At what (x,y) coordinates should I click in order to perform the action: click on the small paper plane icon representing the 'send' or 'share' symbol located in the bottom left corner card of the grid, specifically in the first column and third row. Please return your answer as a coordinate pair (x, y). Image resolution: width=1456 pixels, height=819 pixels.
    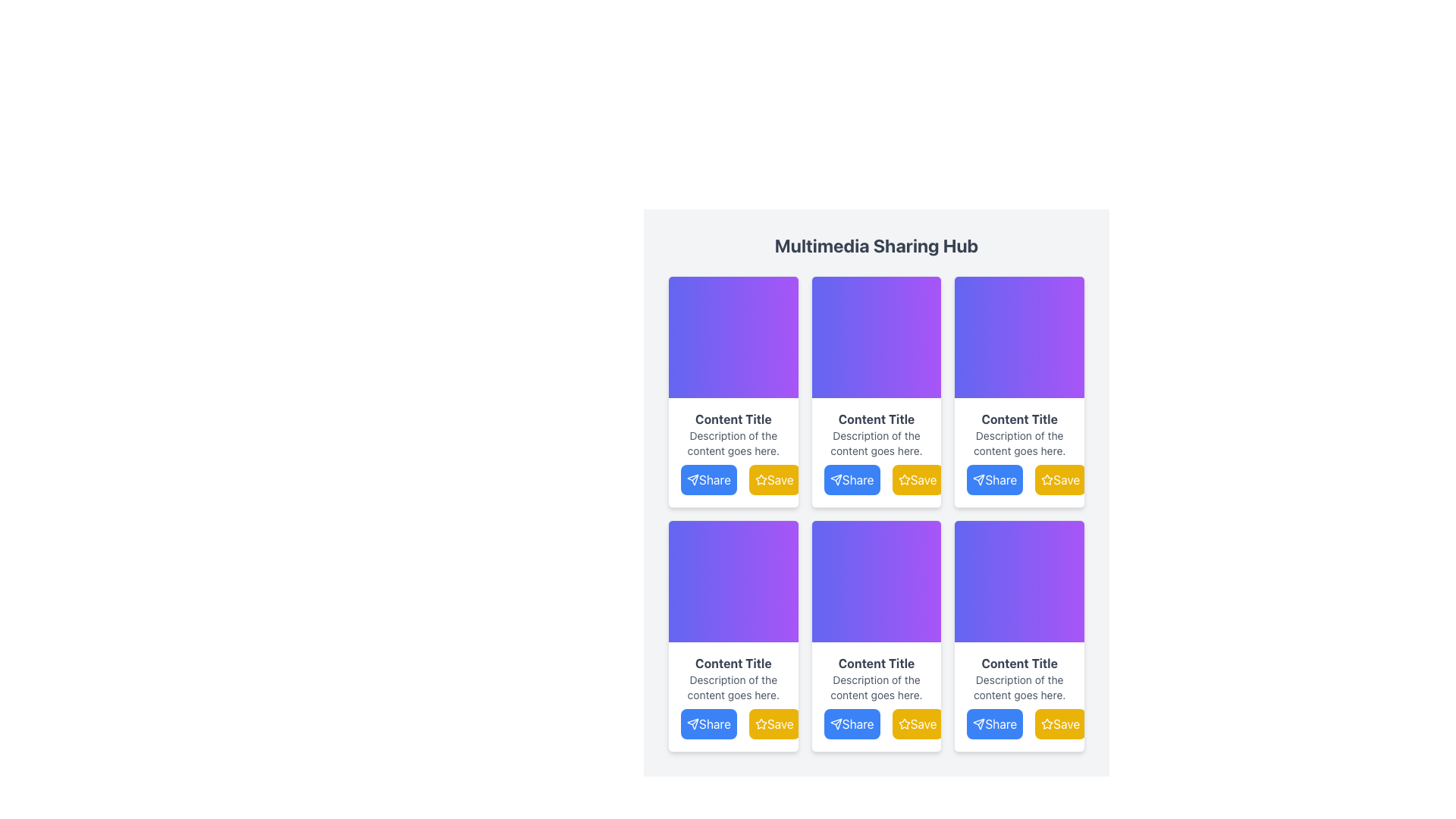
    Looking at the image, I should click on (692, 723).